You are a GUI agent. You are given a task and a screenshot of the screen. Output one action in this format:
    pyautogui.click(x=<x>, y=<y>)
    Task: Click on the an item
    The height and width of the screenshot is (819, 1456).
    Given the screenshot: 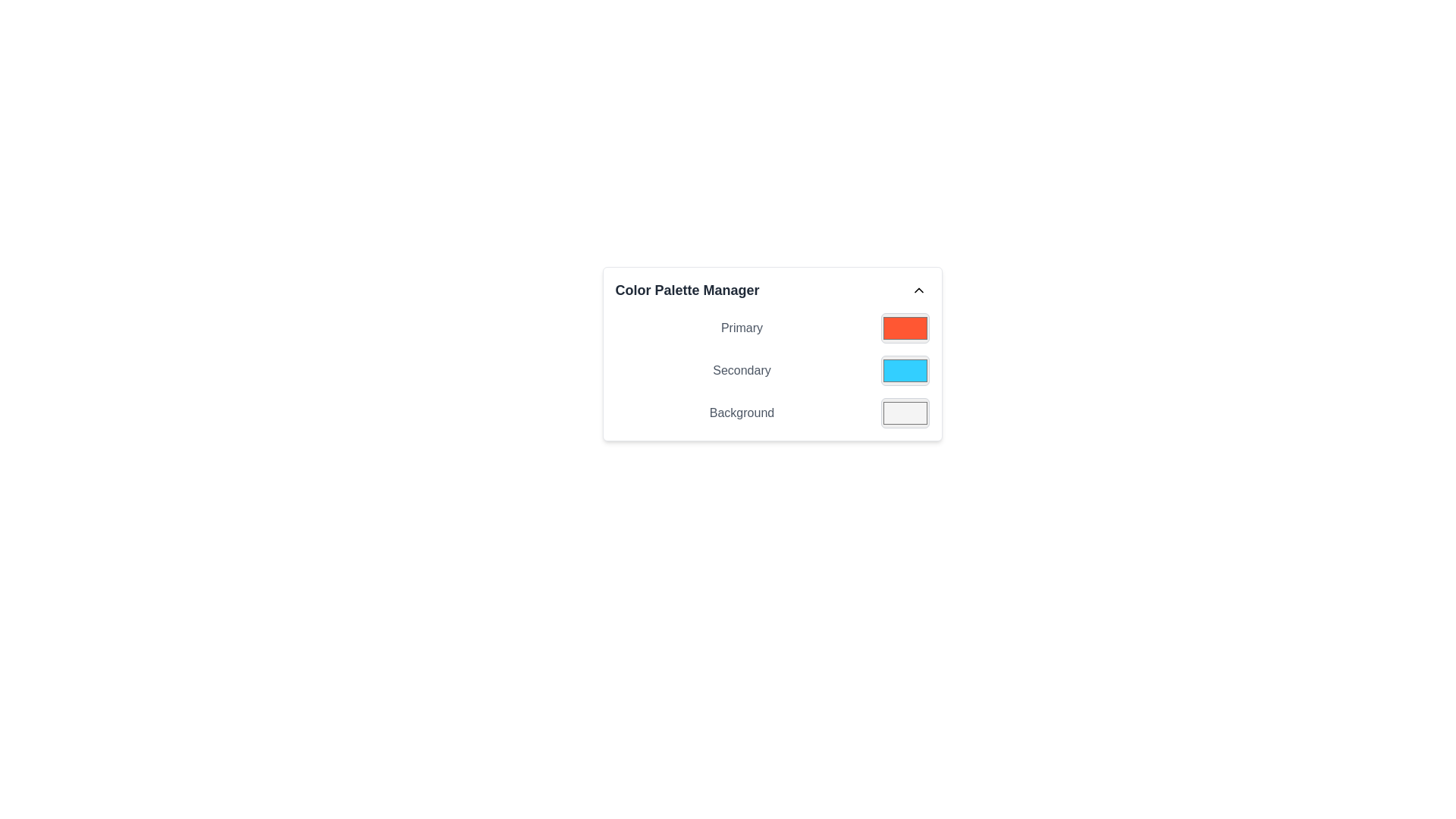 What is the action you would take?
    pyautogui.click(x=772, y=371)
    